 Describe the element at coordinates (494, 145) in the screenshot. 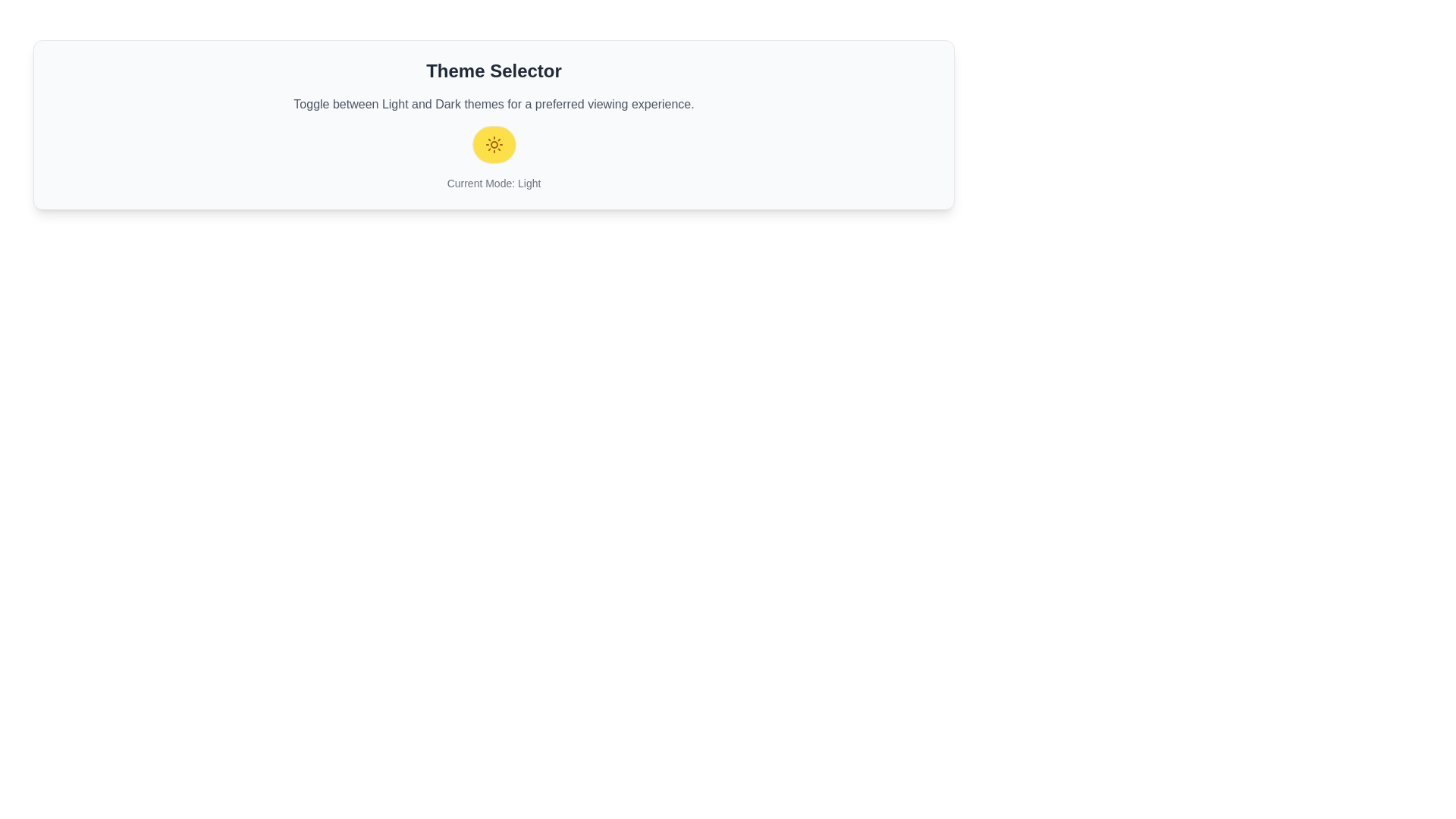

I see `the sun icon element, which is styled with a yellow fill and located at the center of the 'Theme Selector' card` at that location.